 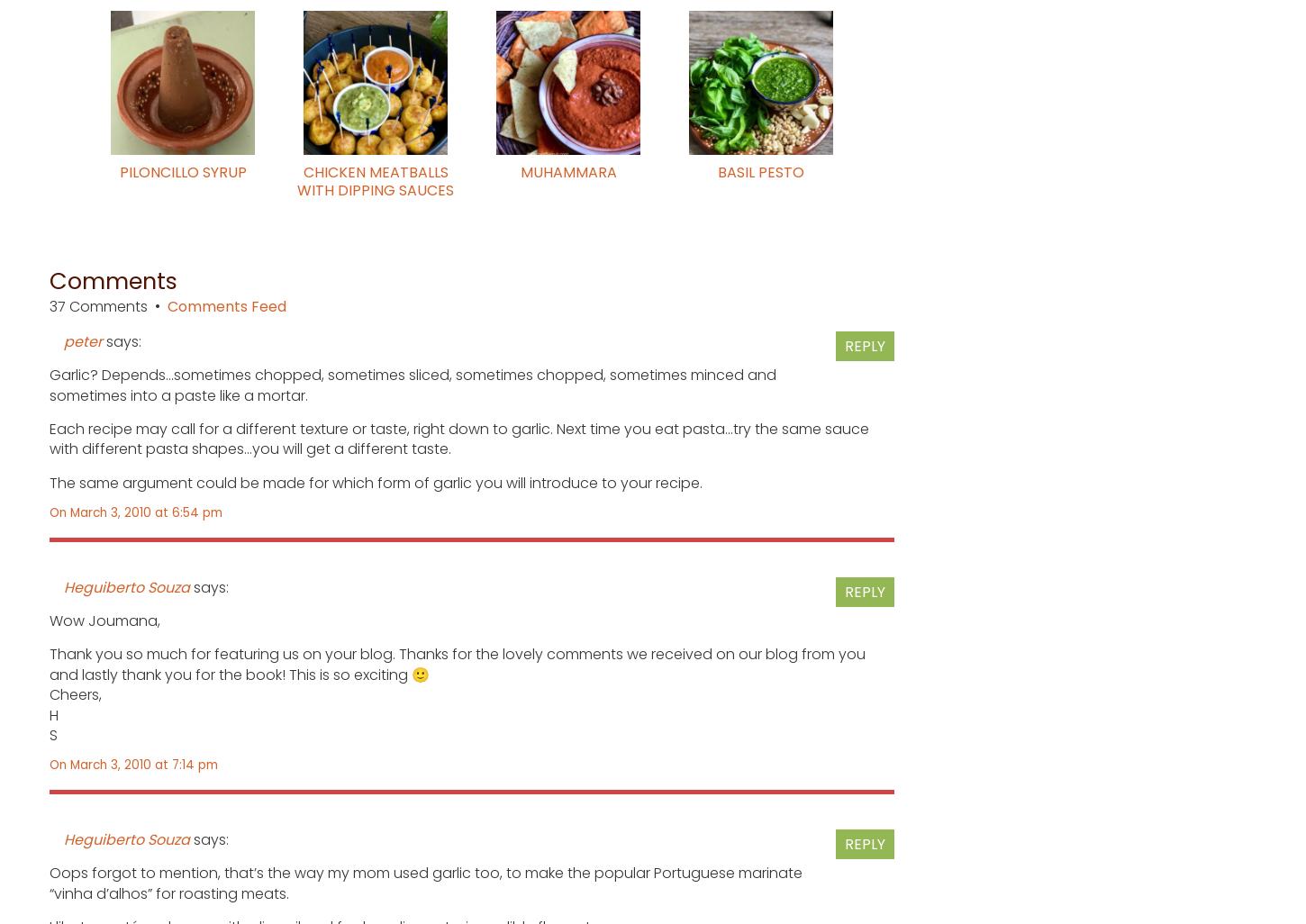 I want to click on 'Oops forgot to mention, that’s the way my mom used garlic too, to make the popular Portuguese marinate “vinha d’alhos” for roasting meats.', so click(x=424, y=882).